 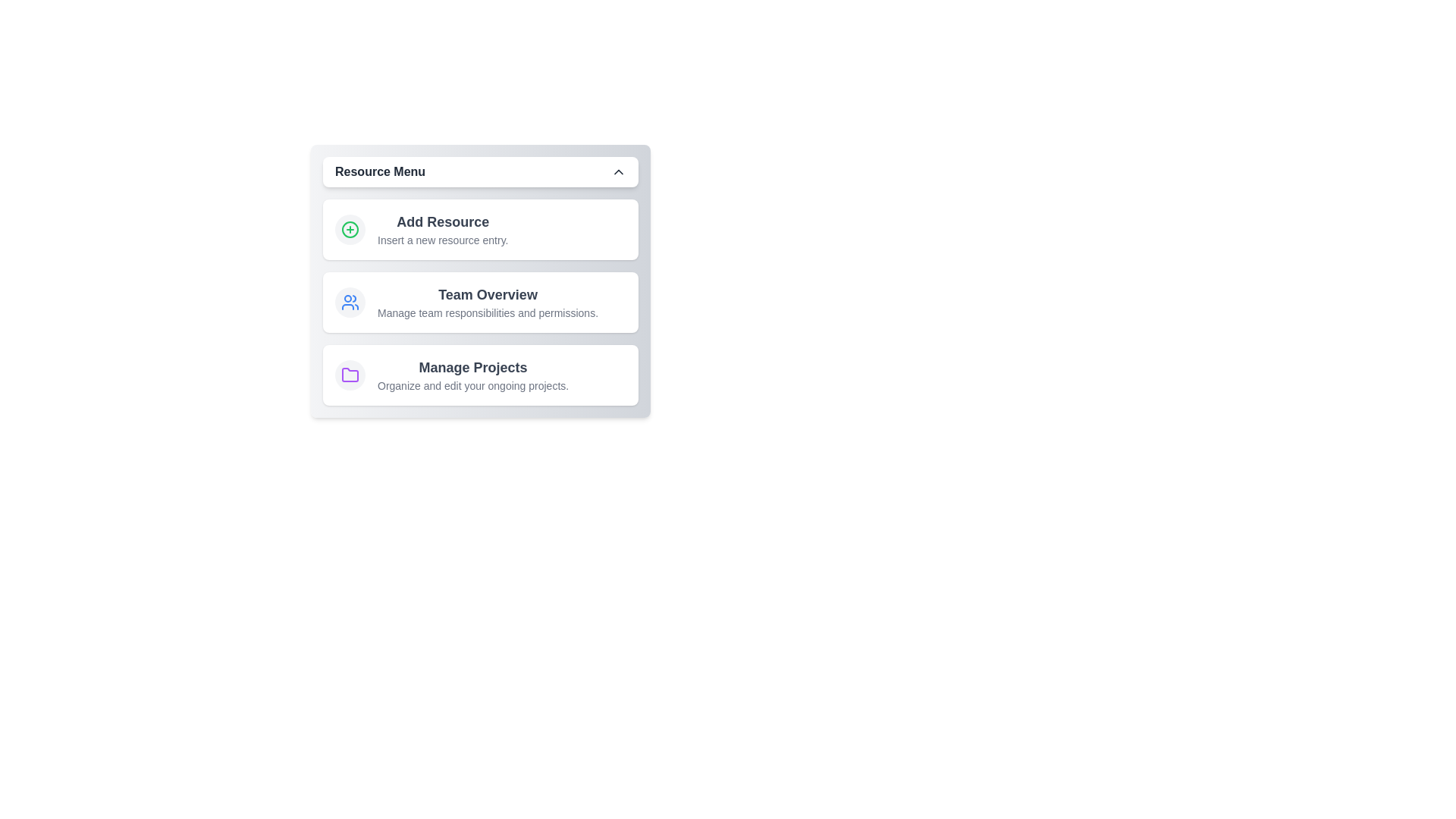 What do you see at coordinates (479, 171) in the screenshot?
I see `the toggle button to collapse the menu` at bounding box center [479, 171].